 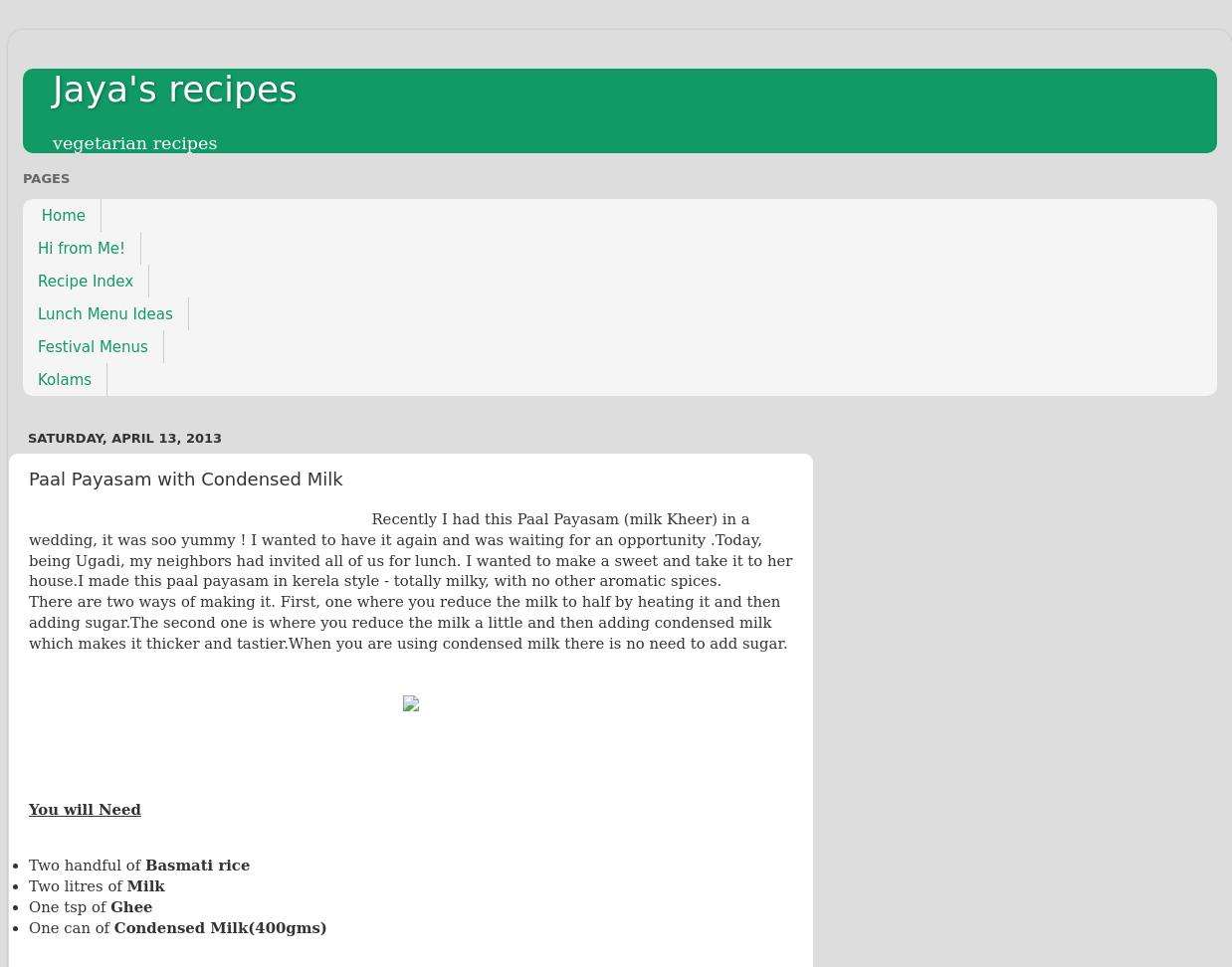 I want to click on 'Hi from Me!', so click(x=80, y=248).